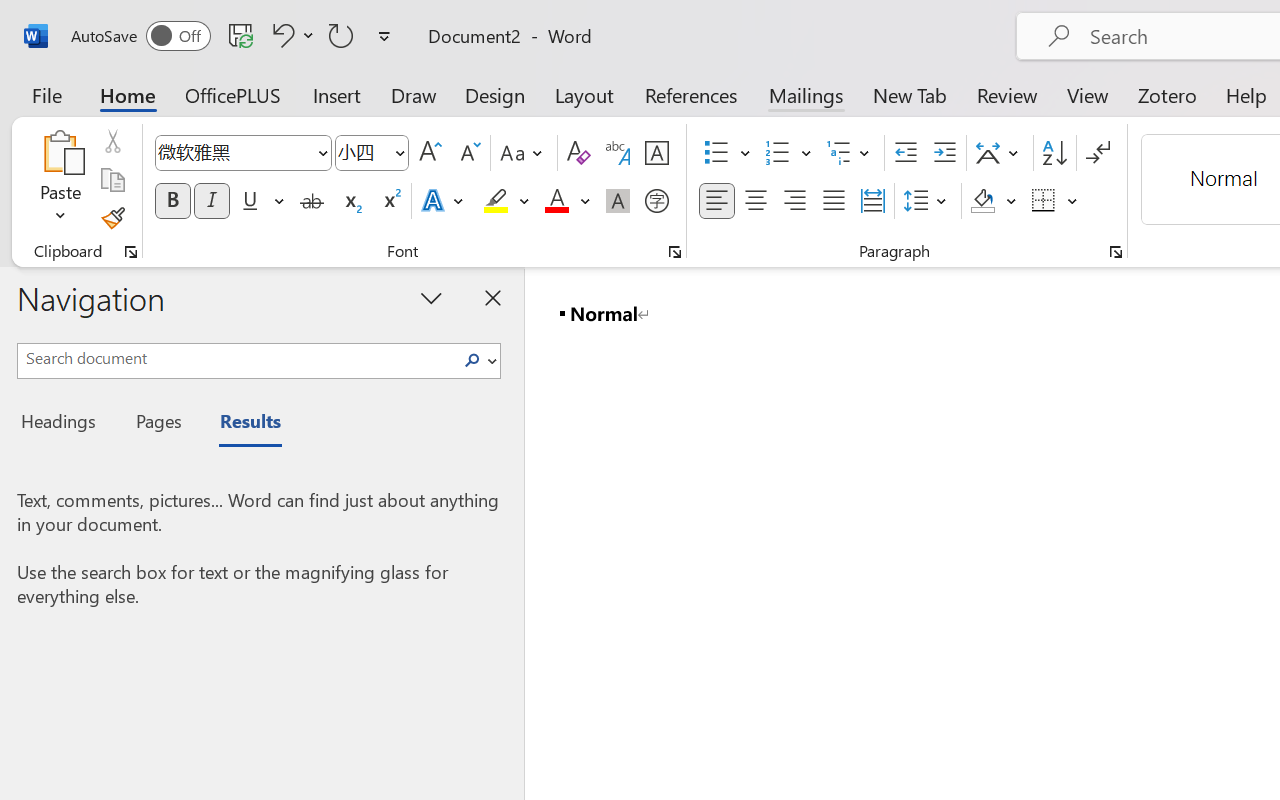 The image size is (1280, 800). Describe the element at coordinates (496, 201) in the screenshot. I see `'Text Highlight Color Yellow'` at that location.